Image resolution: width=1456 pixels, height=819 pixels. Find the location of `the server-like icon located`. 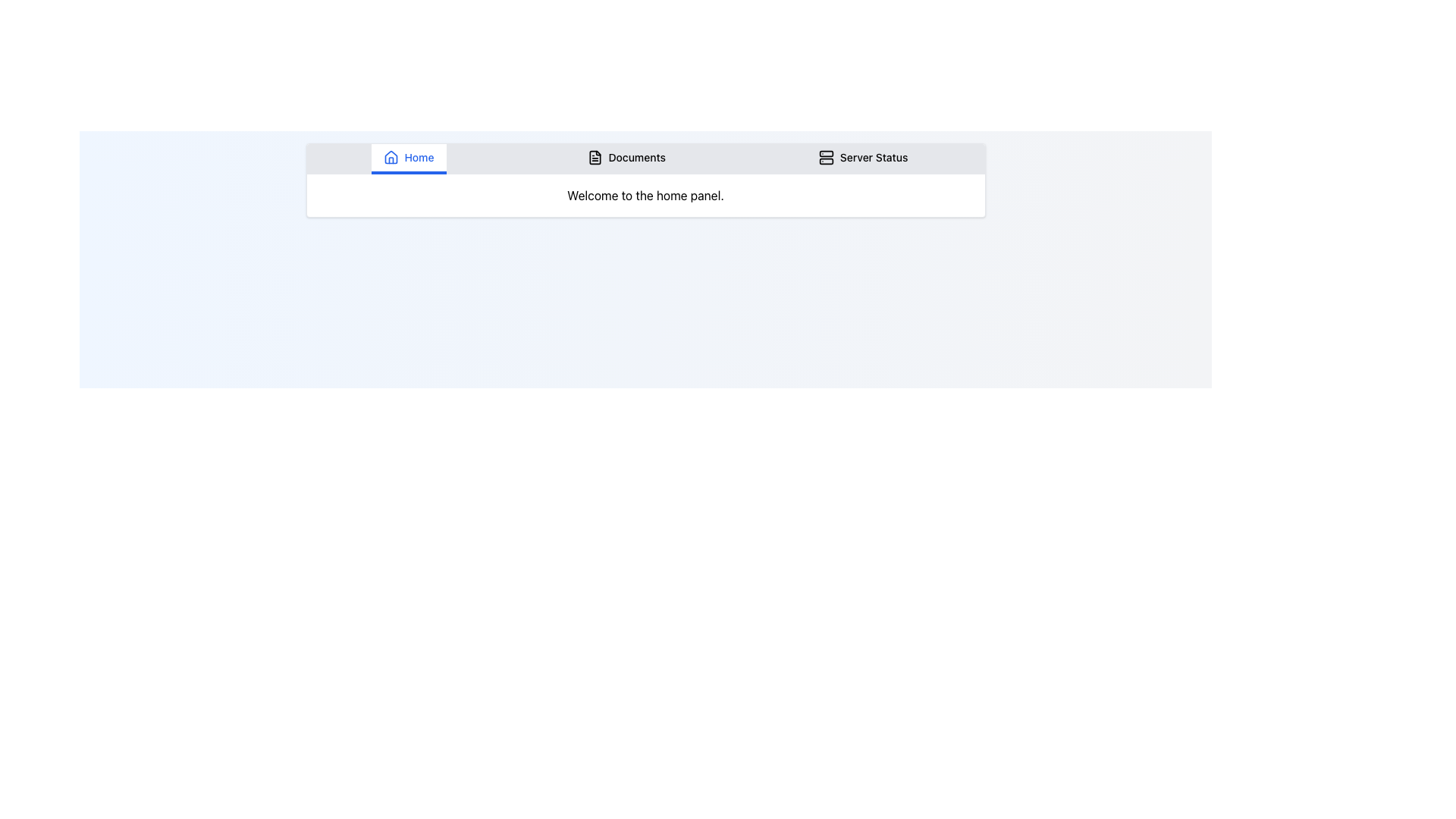

the server-like icon located is located at coordinates (825, 158).